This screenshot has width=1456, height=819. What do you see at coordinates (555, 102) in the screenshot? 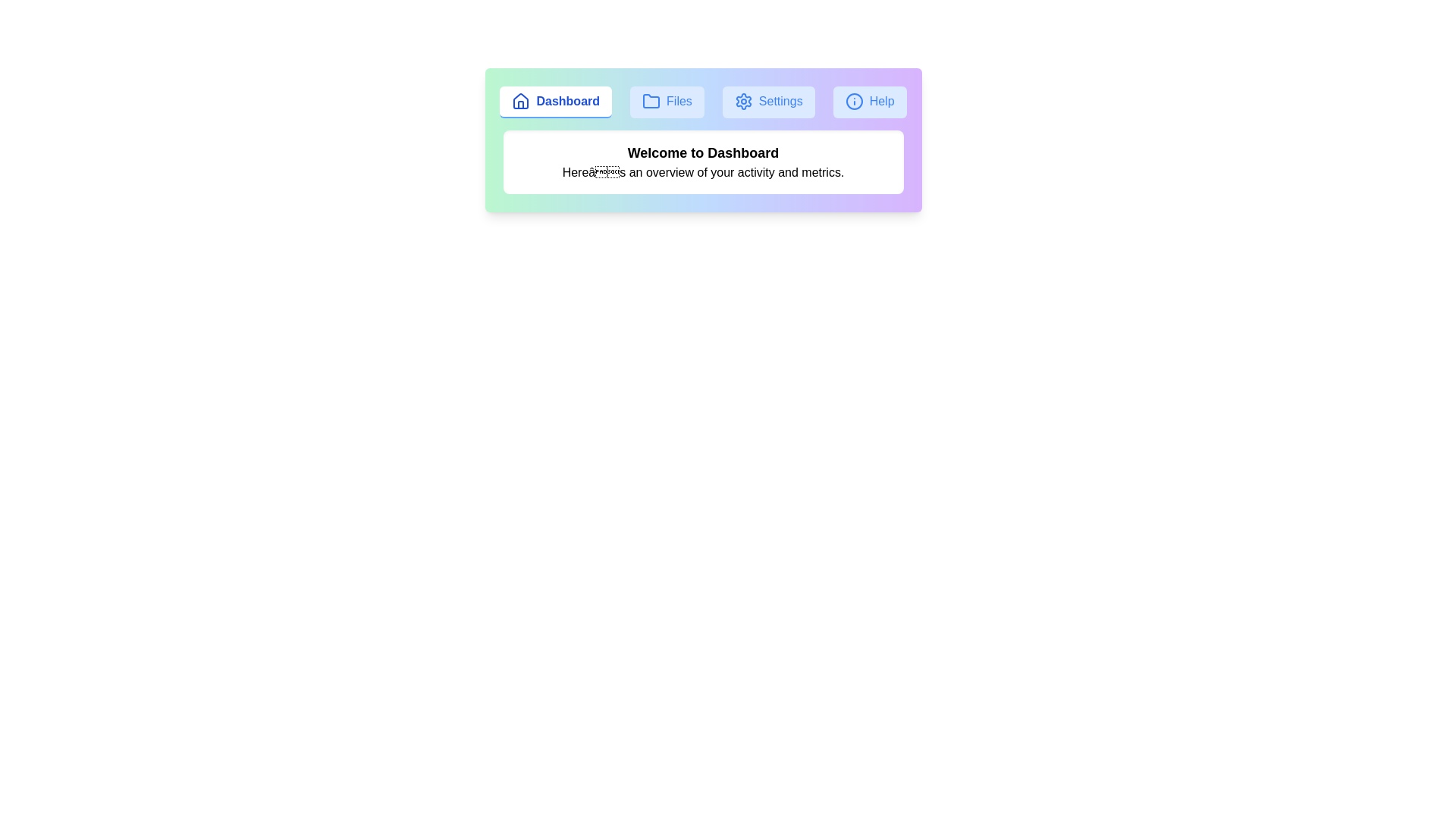
I see `the tab labeled Dashboard` at bounding box center [555, 102].